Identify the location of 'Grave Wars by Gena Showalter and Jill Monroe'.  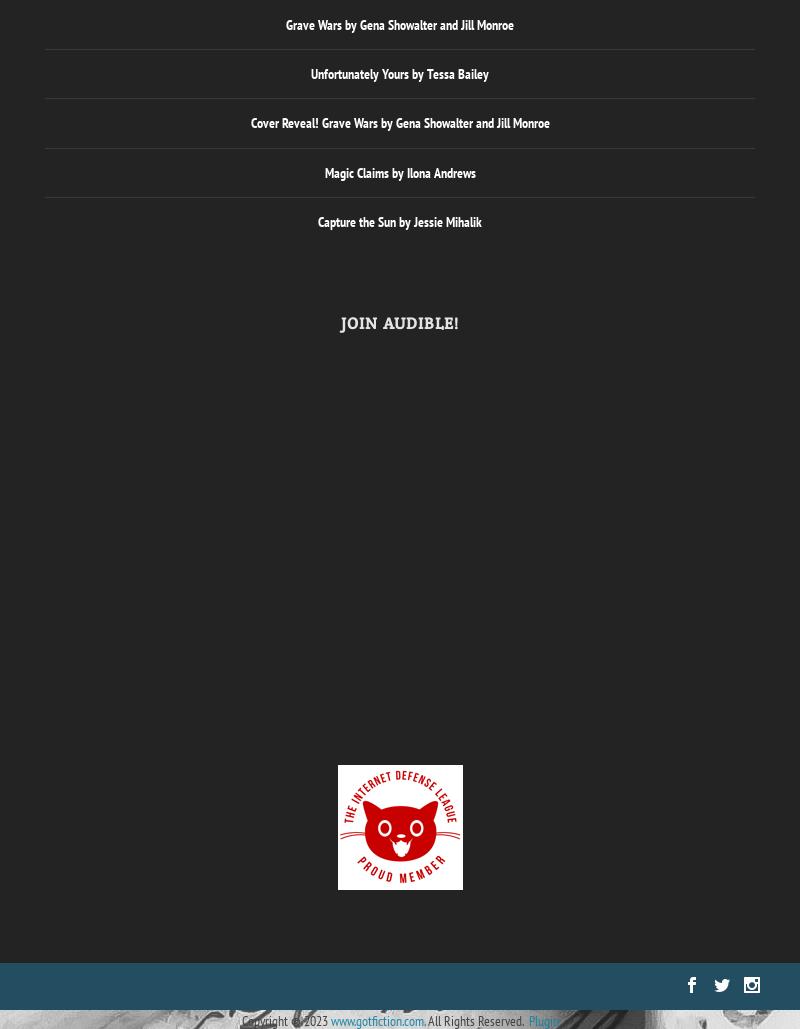
(400, 25).